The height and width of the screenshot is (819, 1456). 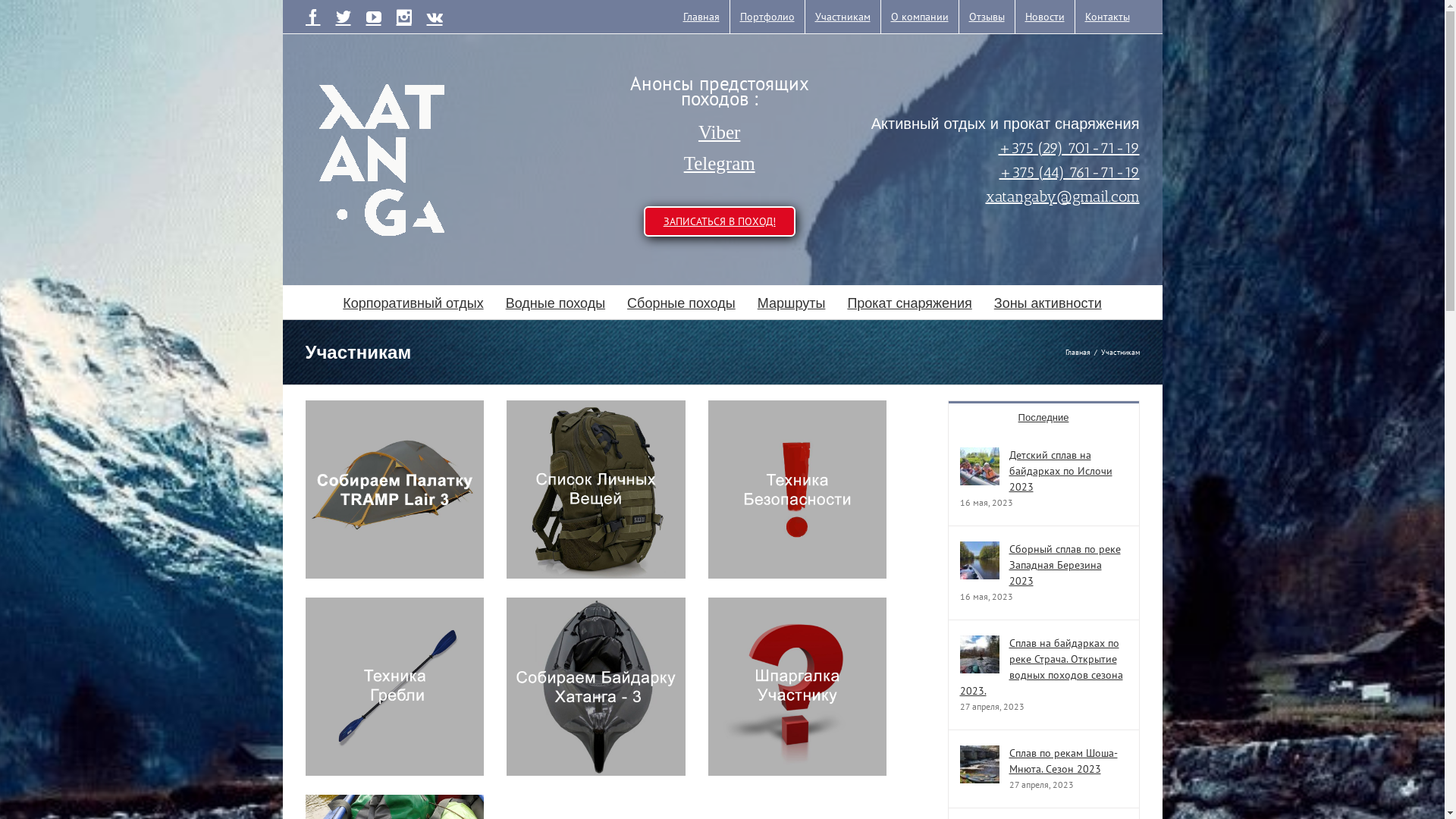 What do you see at coordinates (719, 131) in the screenshot?
I see `'Viber'` at bounding box center [719, 131].